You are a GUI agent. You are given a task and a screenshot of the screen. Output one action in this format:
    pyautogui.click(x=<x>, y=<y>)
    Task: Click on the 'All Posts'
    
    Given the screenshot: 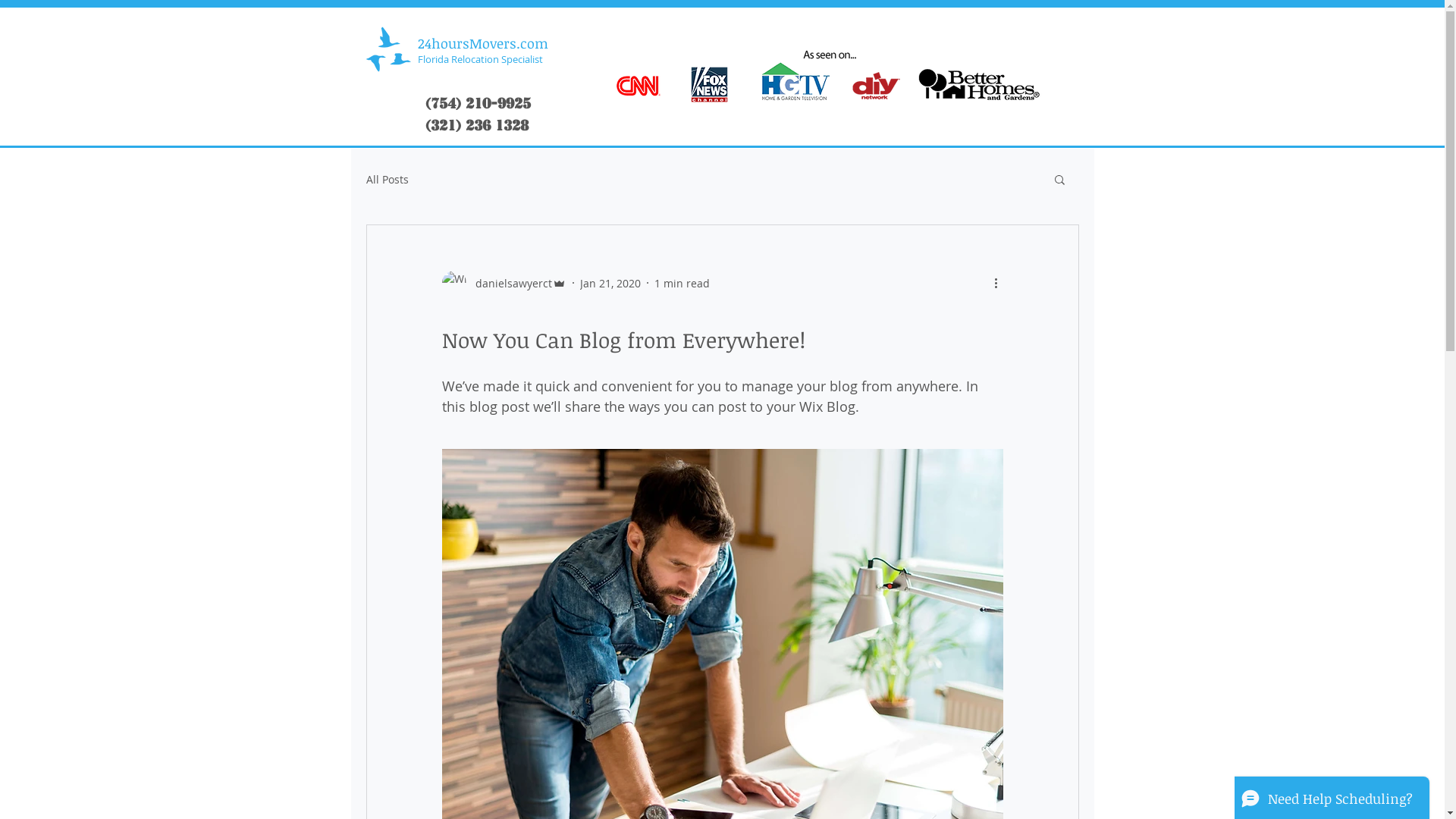 What is the action you would take?
    pyautogui.click(x=386, y=177)
    